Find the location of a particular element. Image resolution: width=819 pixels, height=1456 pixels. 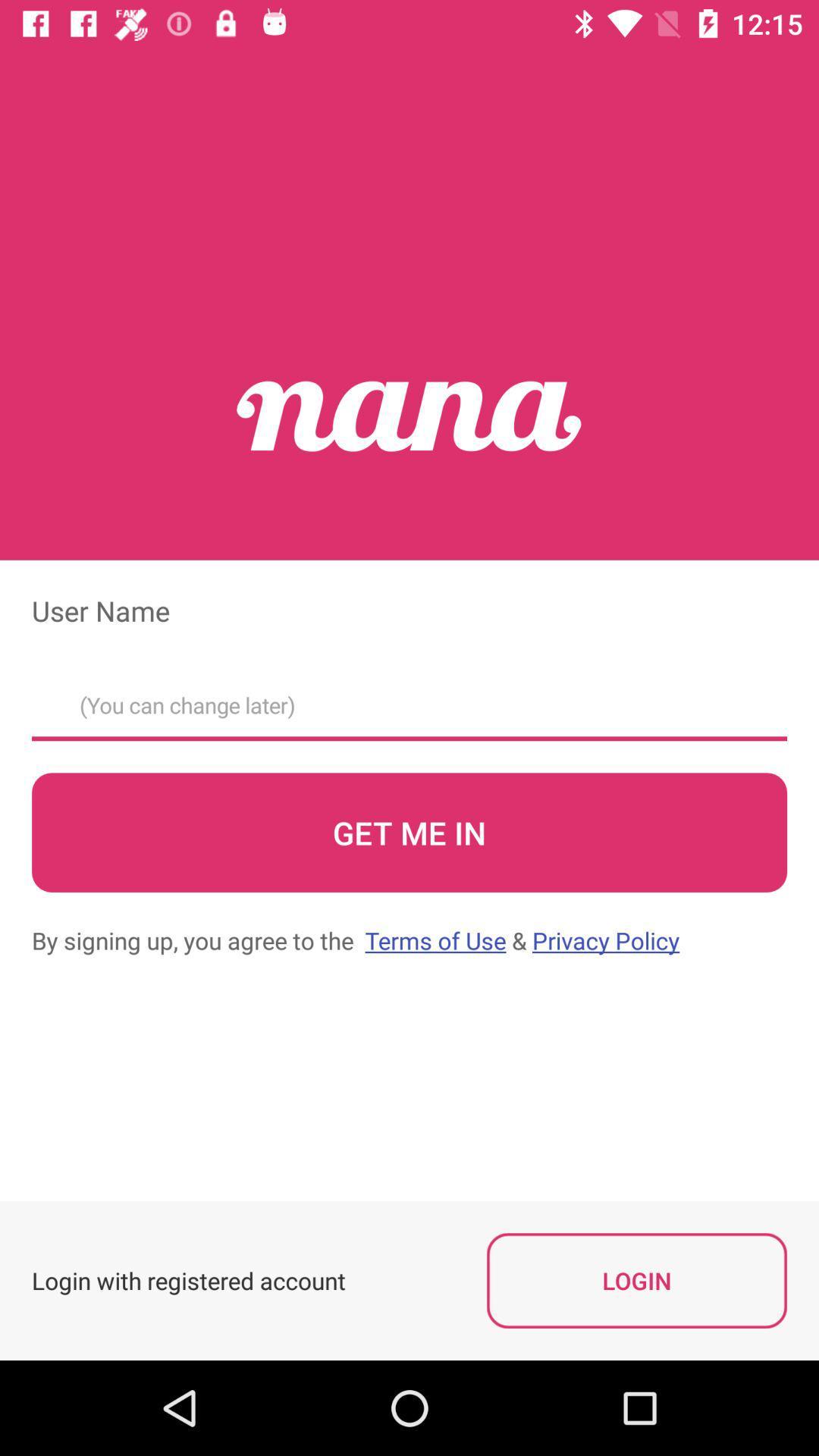

username text field is located at coordinates (409, 700).